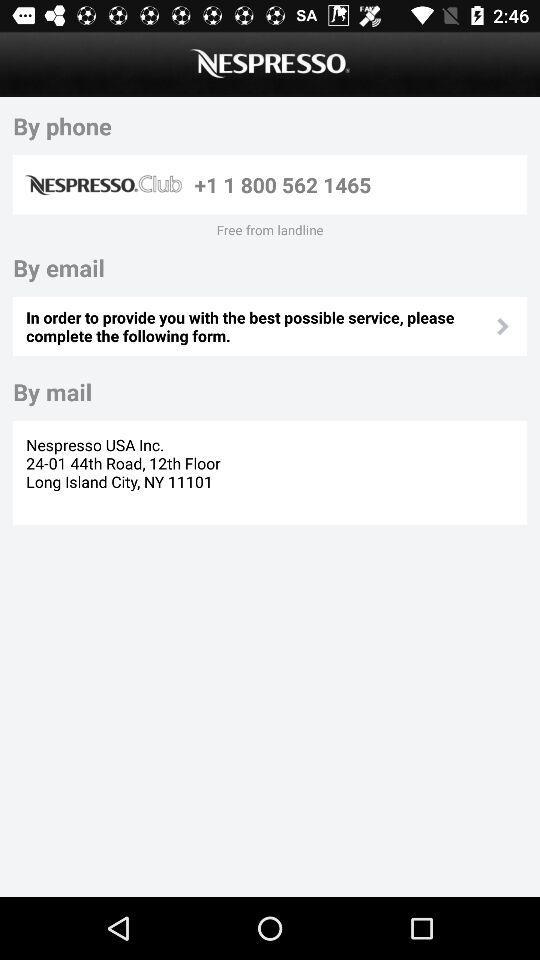  Describe the element at coordinates (125, 472) in the screenshot. I see `nespresso usa inc` at that location.